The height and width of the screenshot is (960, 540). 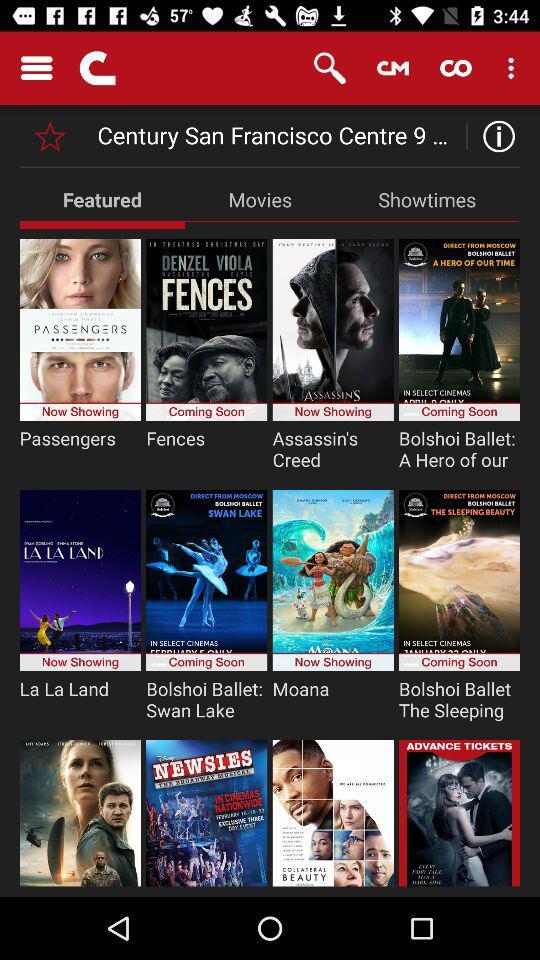 What do you see at coordinates (329, 68) in the screenshot?
I see `the item above century san francisco` at bounding box center [329, 68].